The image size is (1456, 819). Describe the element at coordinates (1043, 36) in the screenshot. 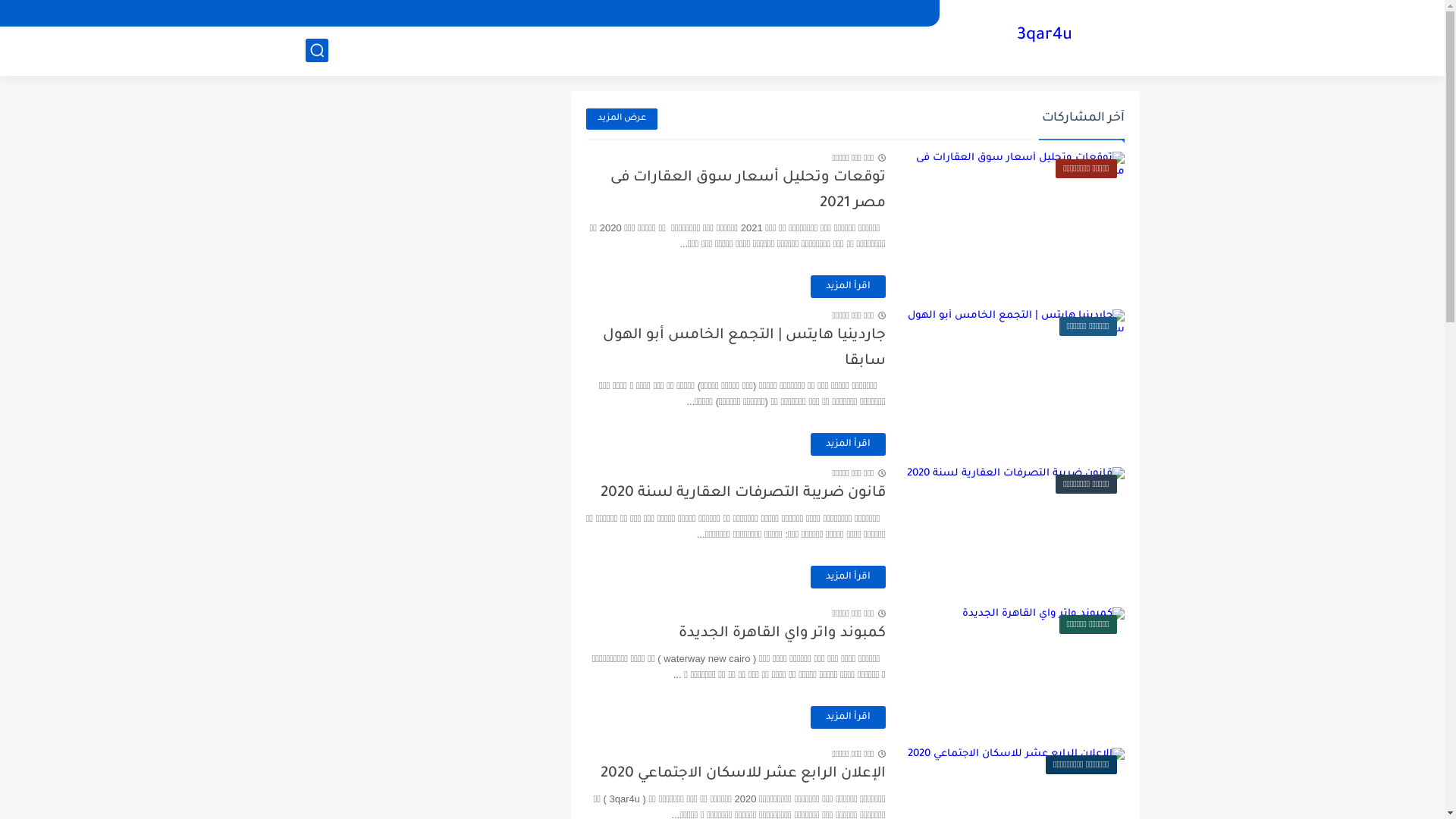

I see `'3qar4u'` at that location.